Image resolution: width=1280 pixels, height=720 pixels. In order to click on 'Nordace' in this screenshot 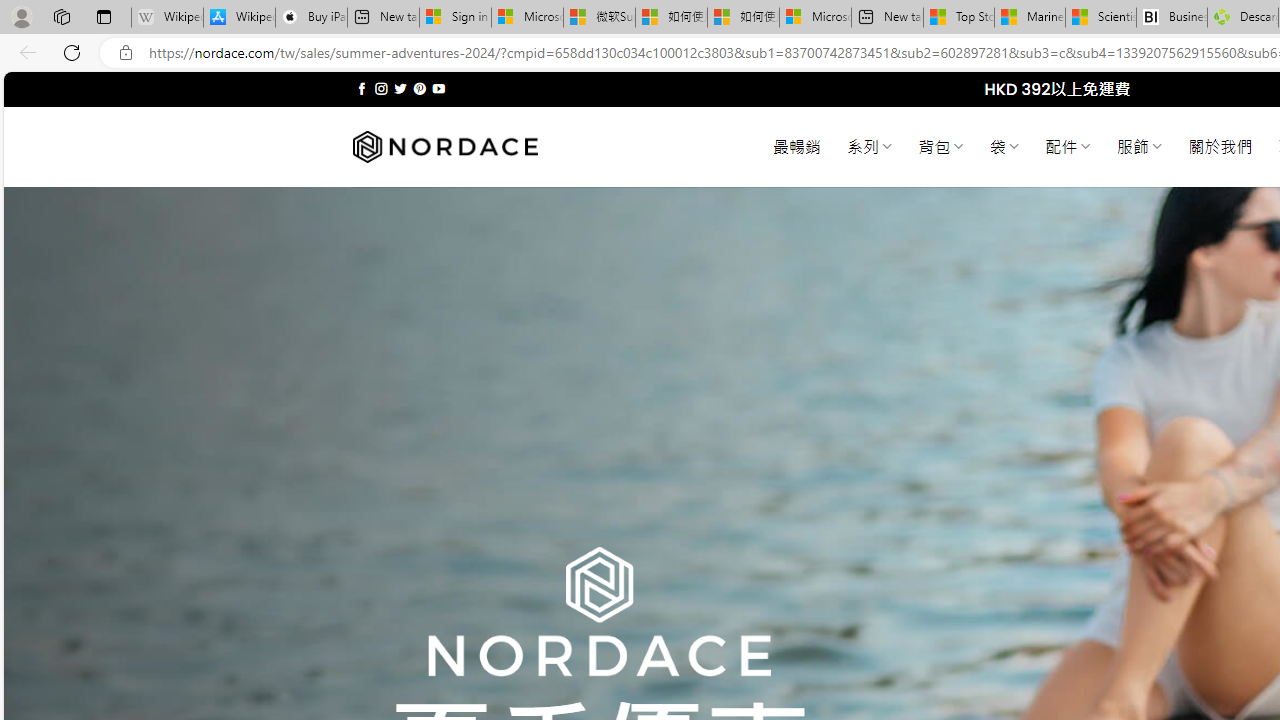, I will do `click(443, 146)`.